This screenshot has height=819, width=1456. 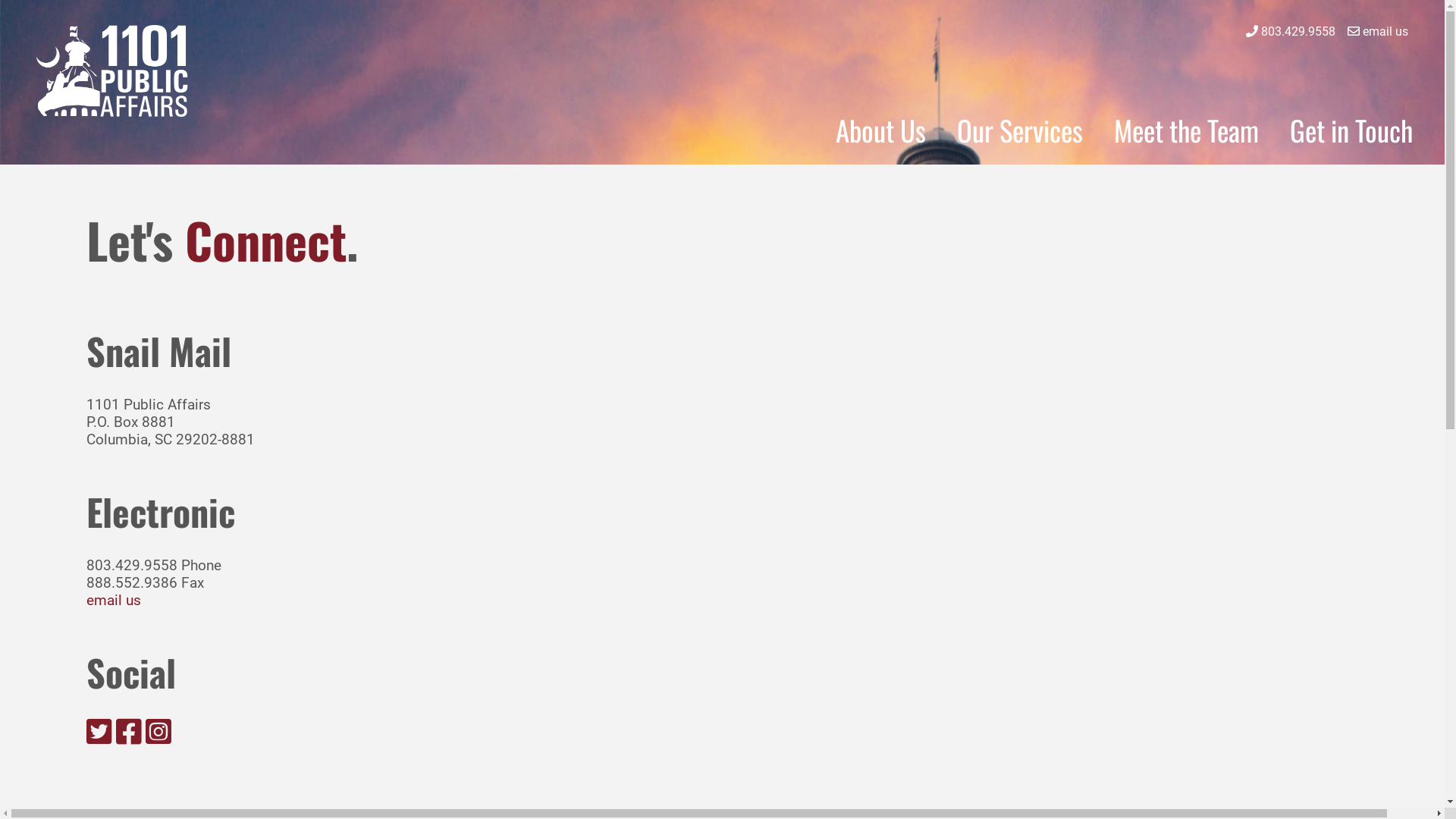 What do you see at coordinates (158, 730) in the screenshot?
I see `'Instagram'` at bounding box center [158, 730].